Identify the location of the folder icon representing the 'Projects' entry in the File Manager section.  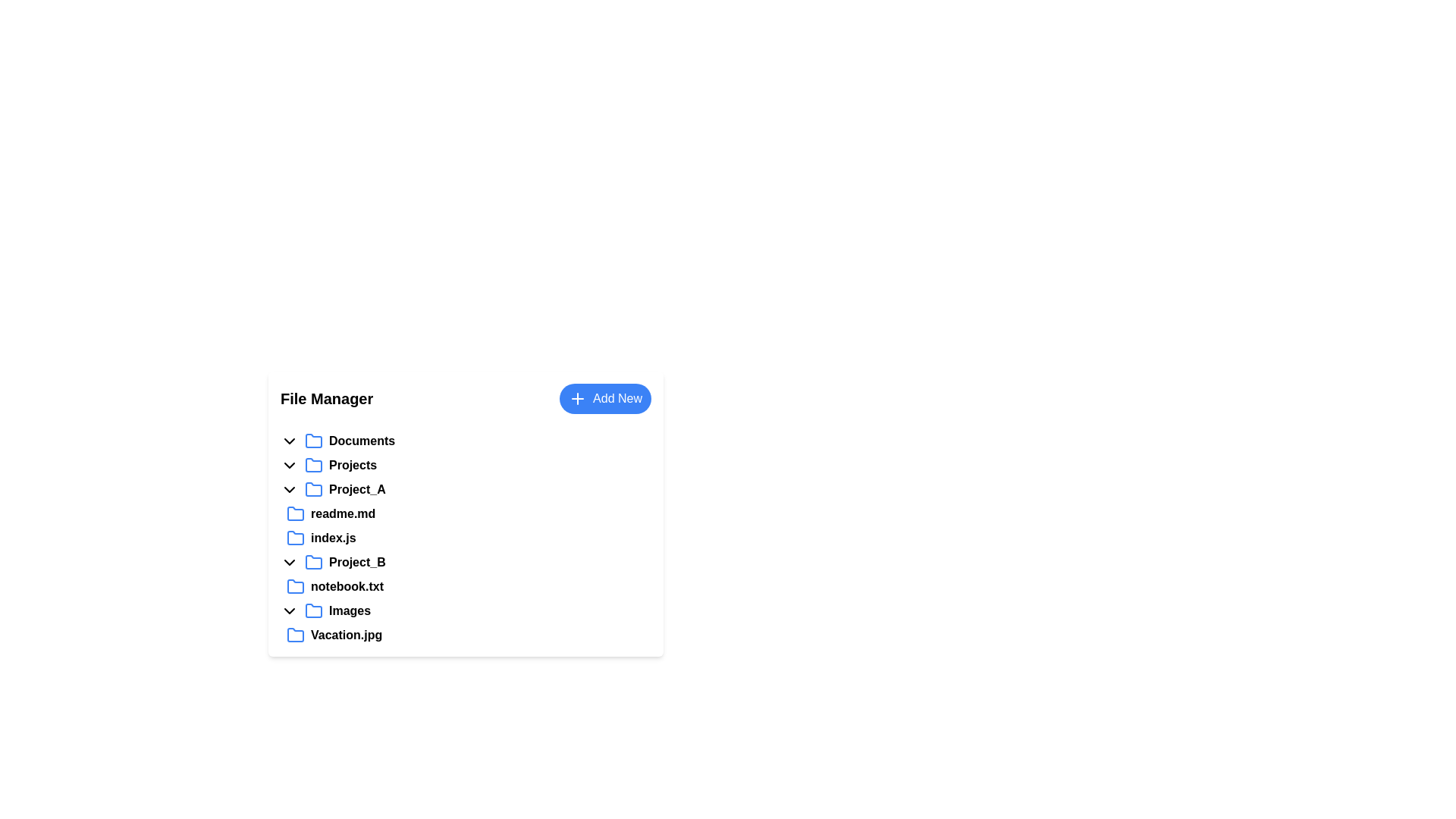
(312, 464).